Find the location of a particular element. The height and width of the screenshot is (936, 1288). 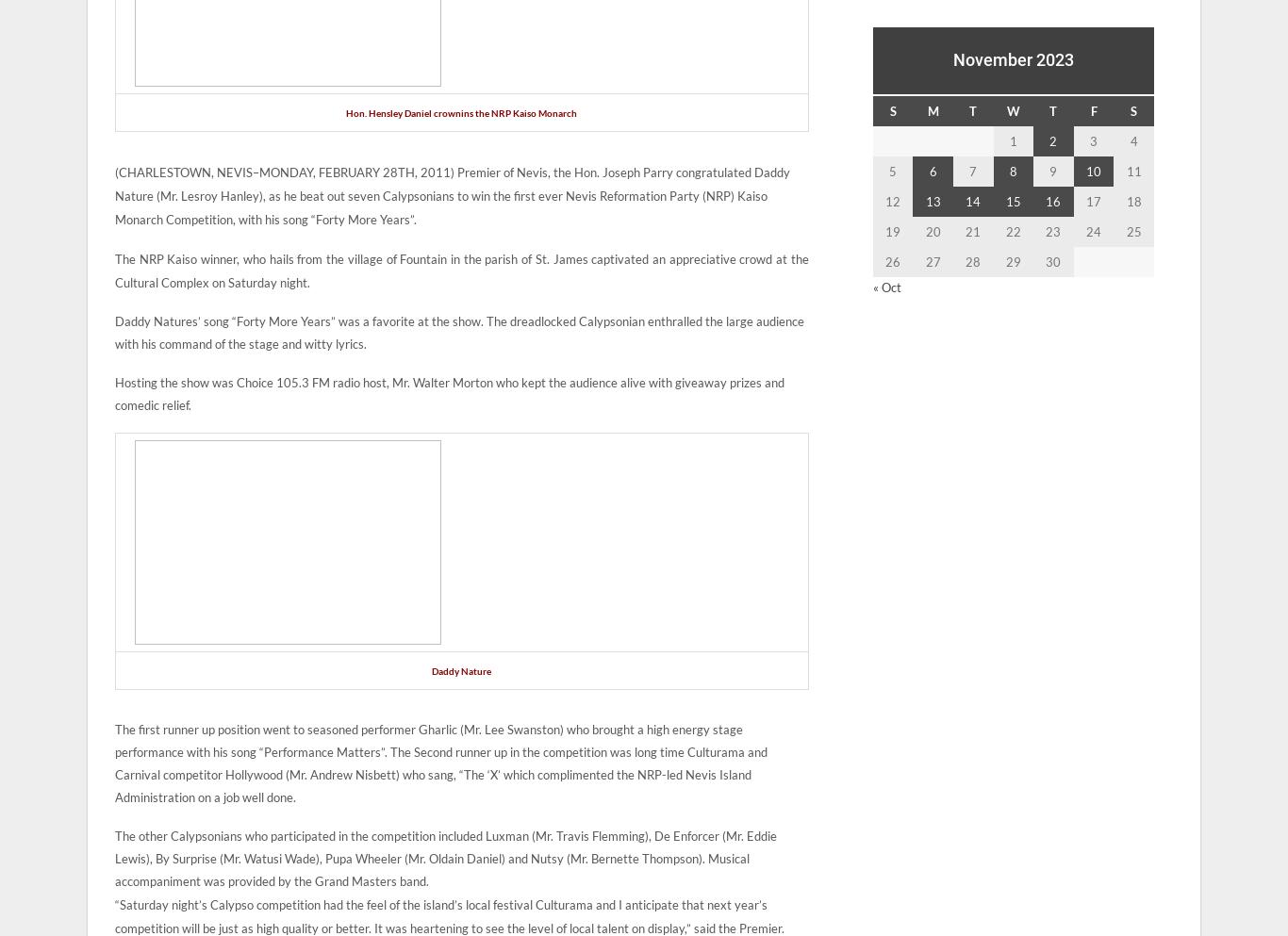

'21' is located at coordinates (972, 230).